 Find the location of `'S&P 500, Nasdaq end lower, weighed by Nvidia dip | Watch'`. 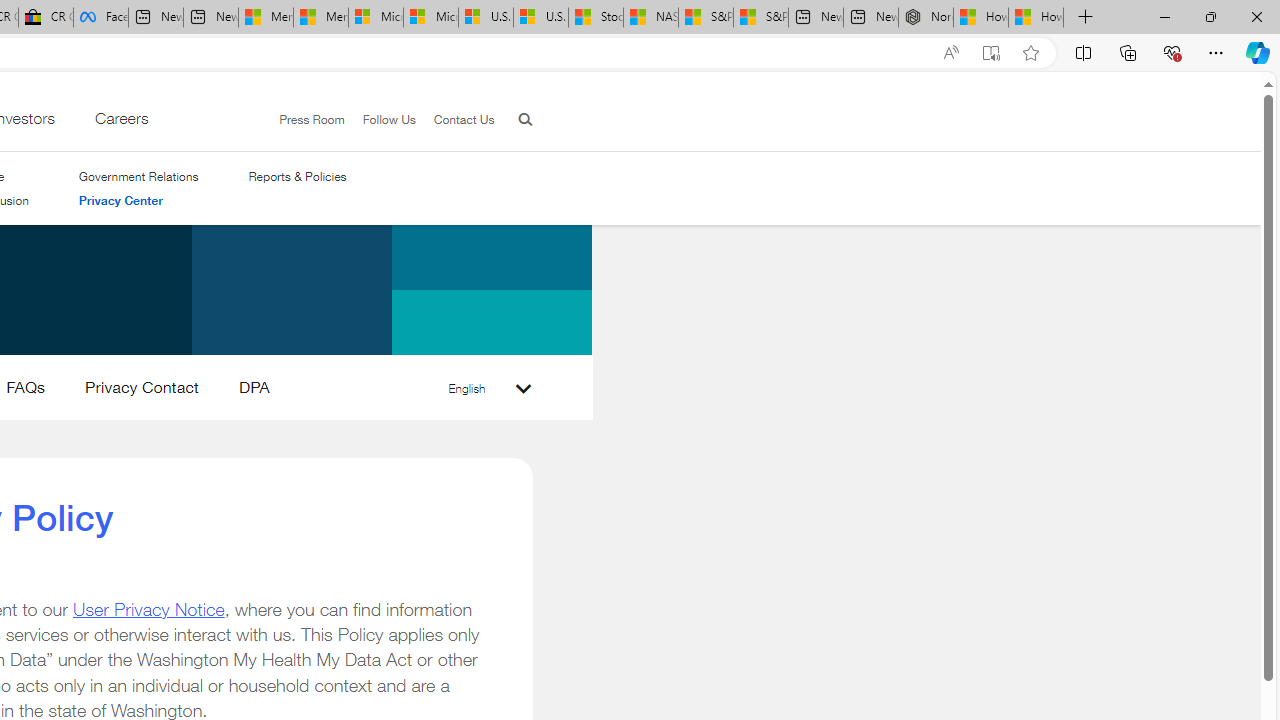

'S&P 500, Nasdaq end lower, weighed by Nvidia dip | Watch' is located at coordinates (759, 17).